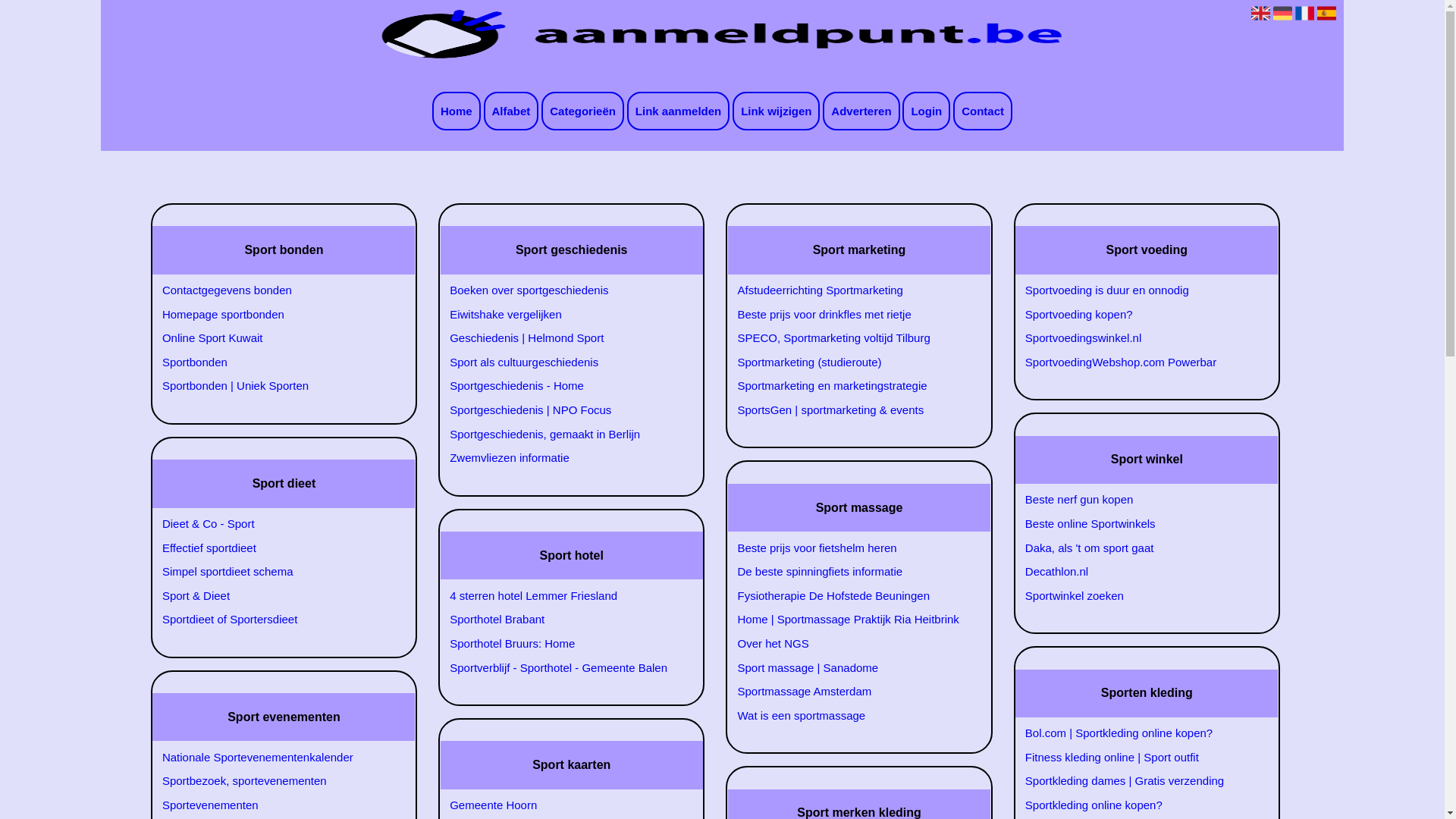  I want to click on 'Sportmassage Amsterdam', so click(850, 691).